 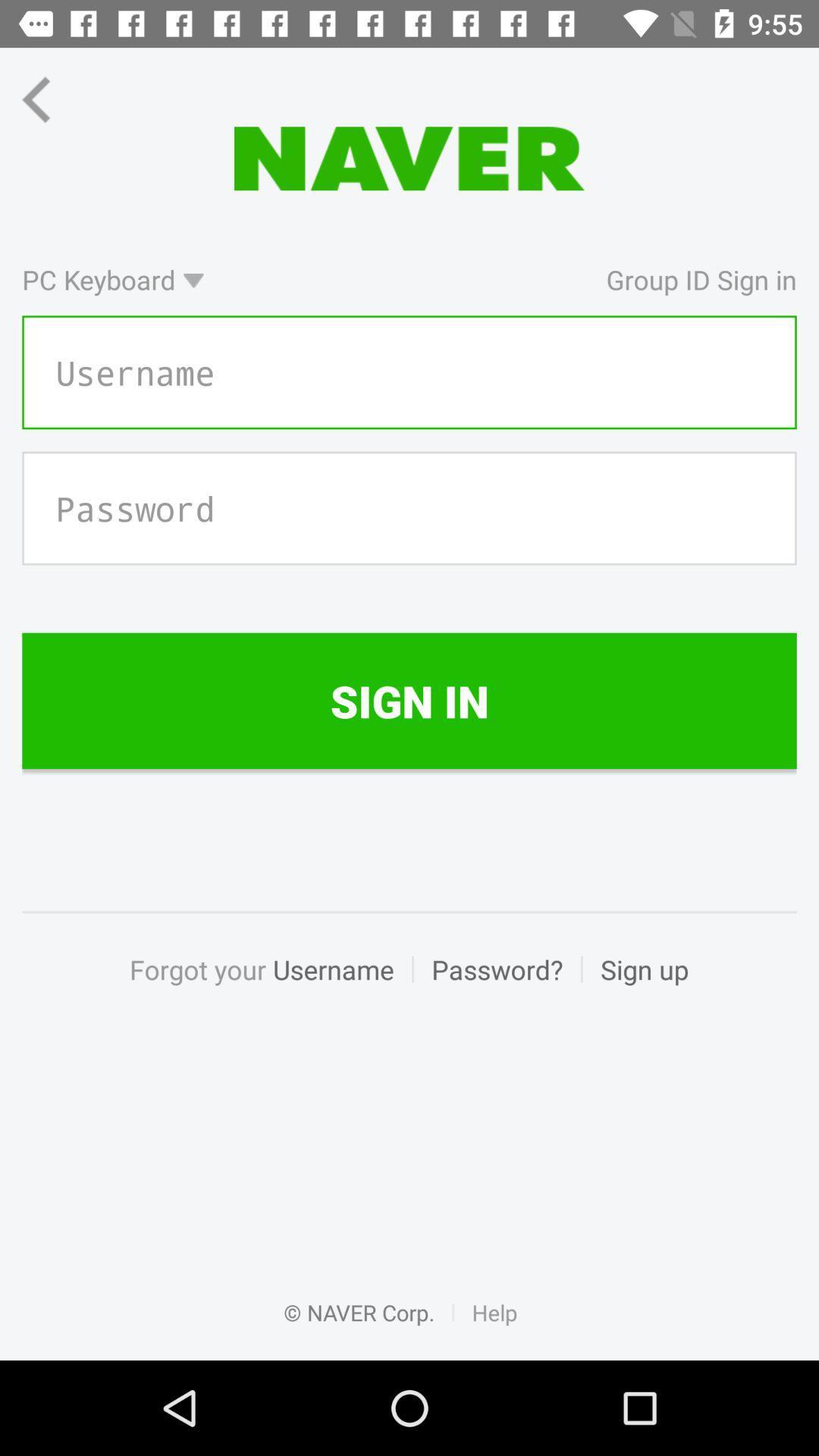 I want to click on username, so click(x=409, y=372).